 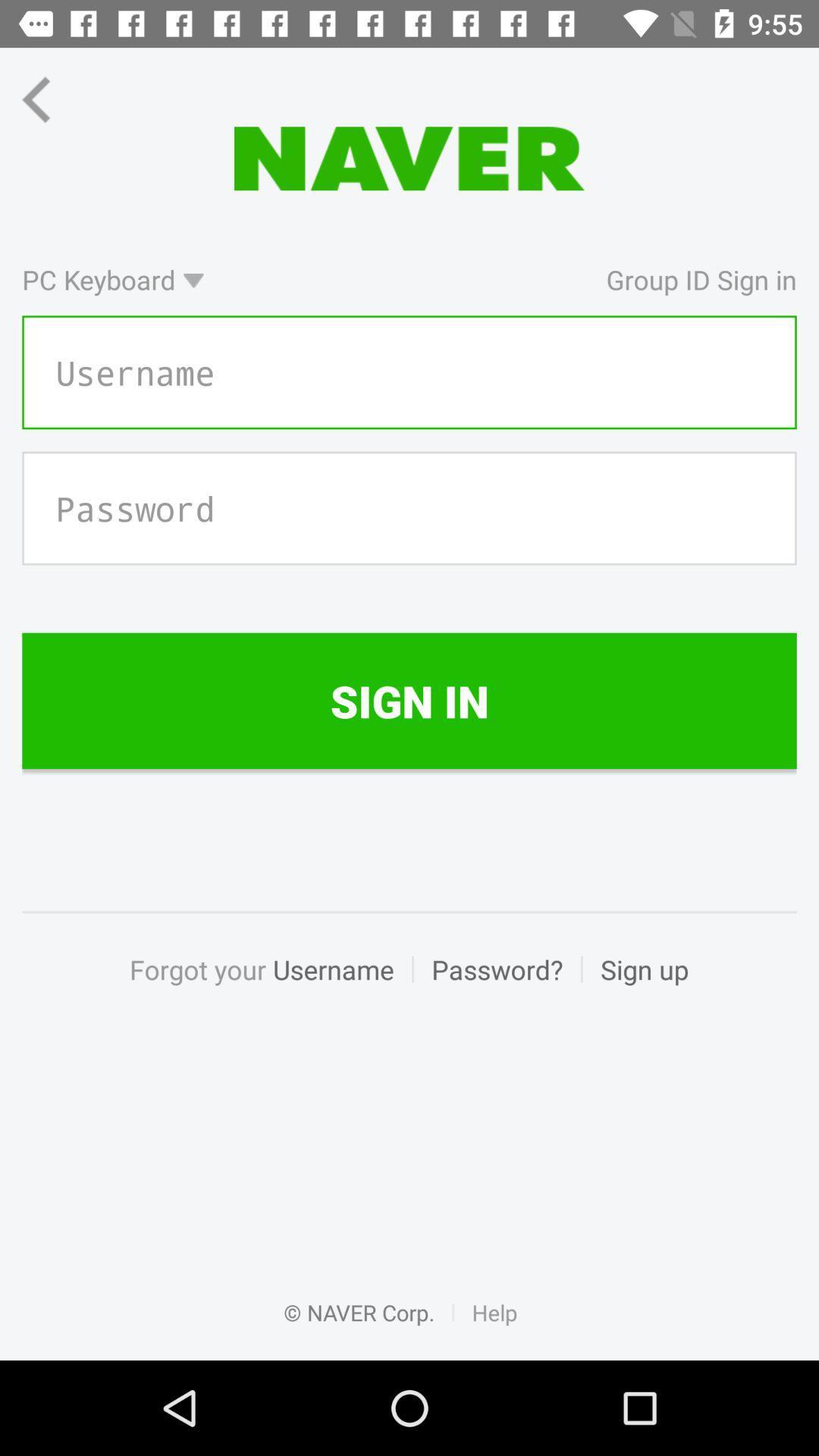 I want to click on username, so click(x=409, y=372).